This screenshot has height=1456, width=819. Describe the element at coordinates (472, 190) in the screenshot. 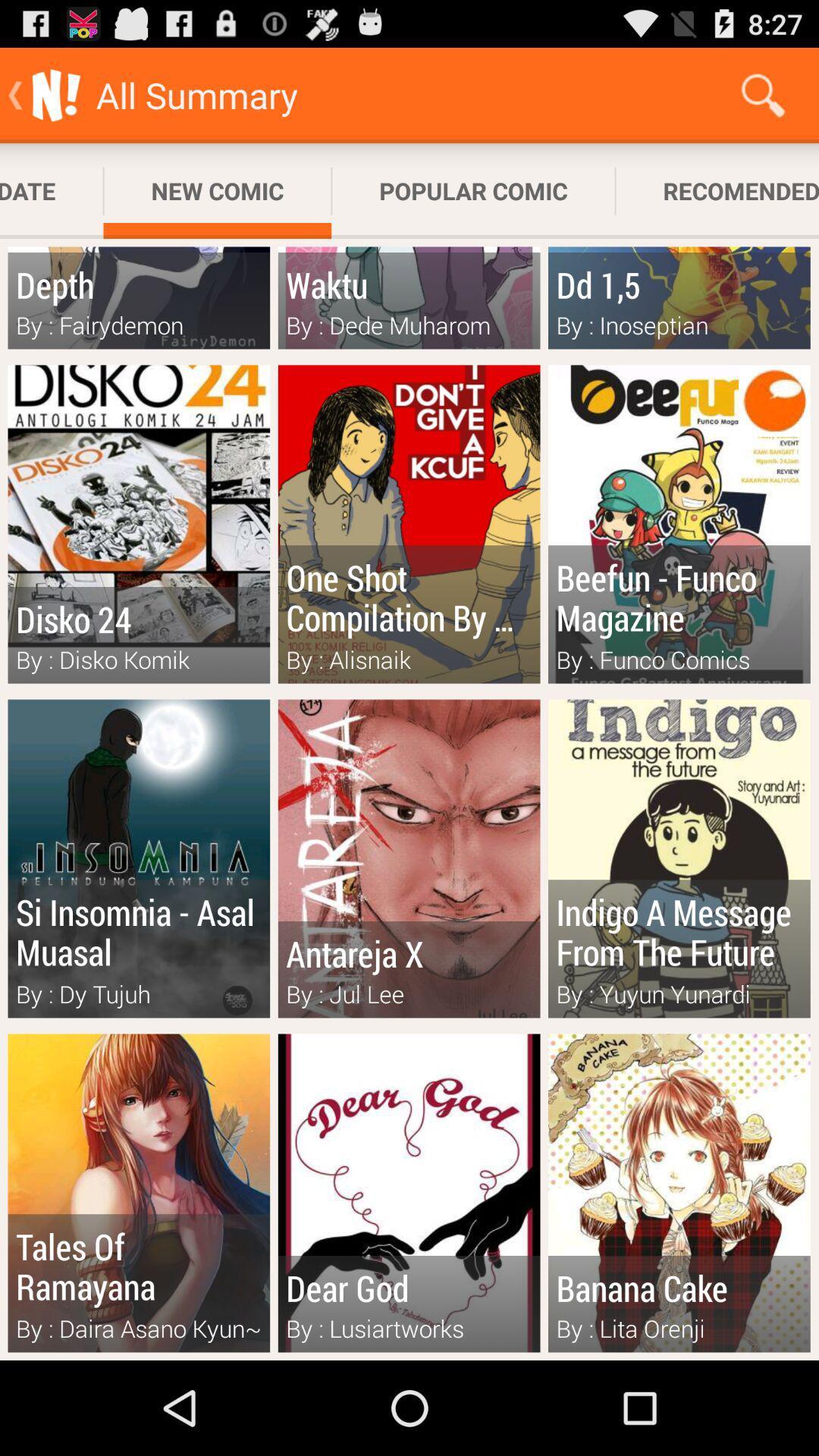

I see `the app to the right of the new comic app` at that location.